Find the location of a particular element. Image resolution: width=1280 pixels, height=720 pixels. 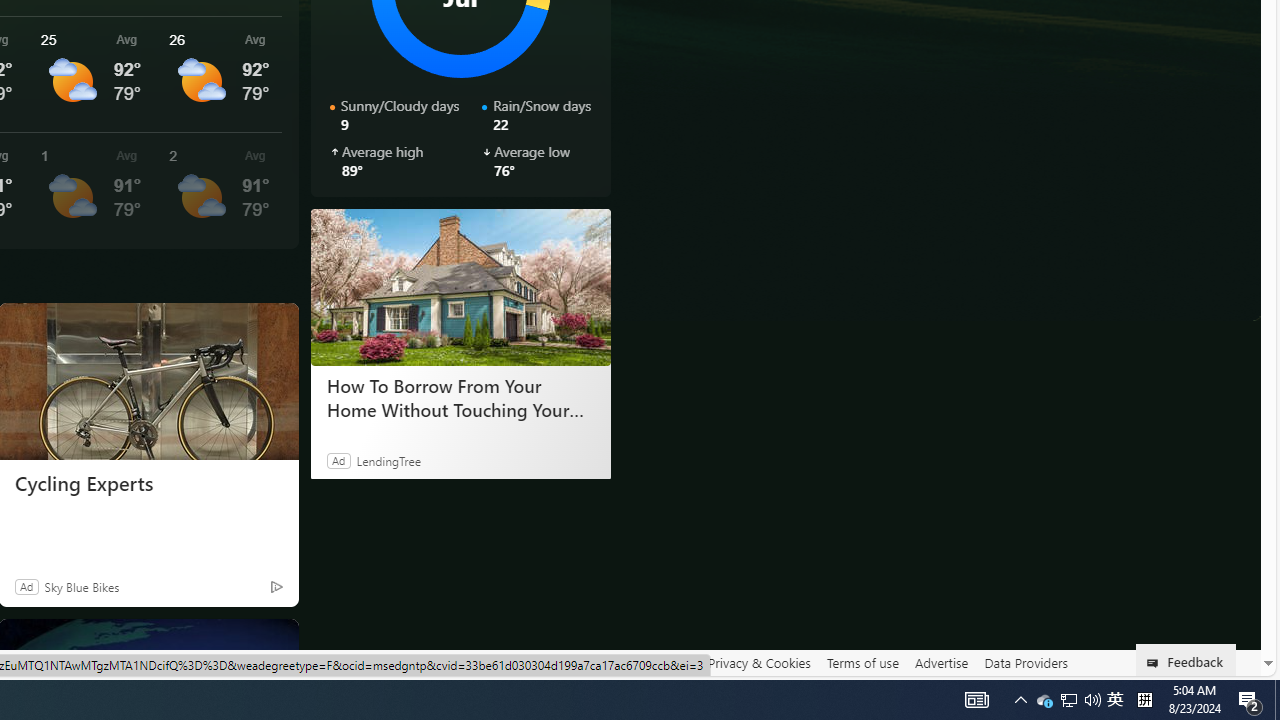

'Advertise' is located at coordinates (940, 662).